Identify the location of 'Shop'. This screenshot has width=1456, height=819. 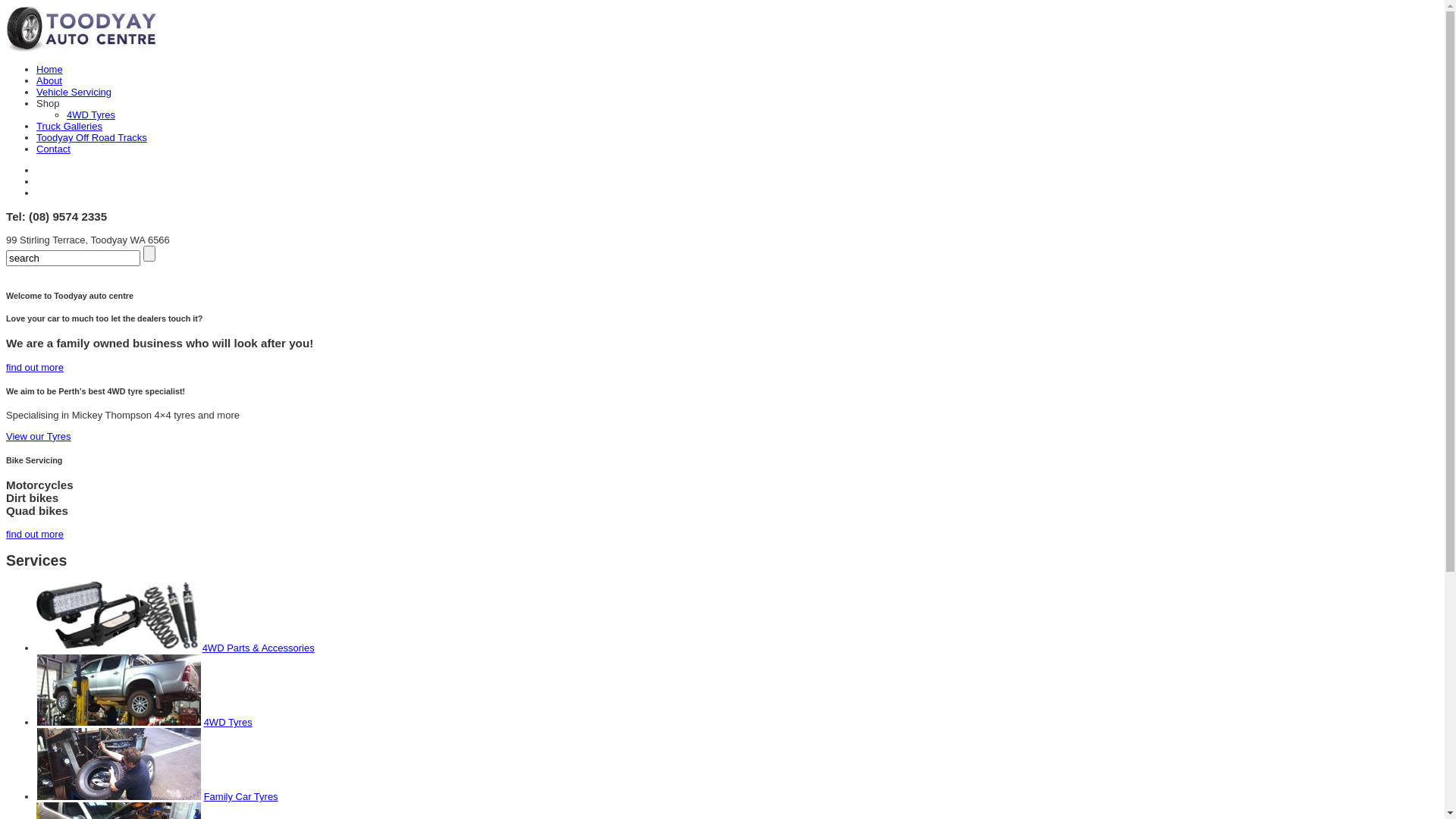
(47, 102).